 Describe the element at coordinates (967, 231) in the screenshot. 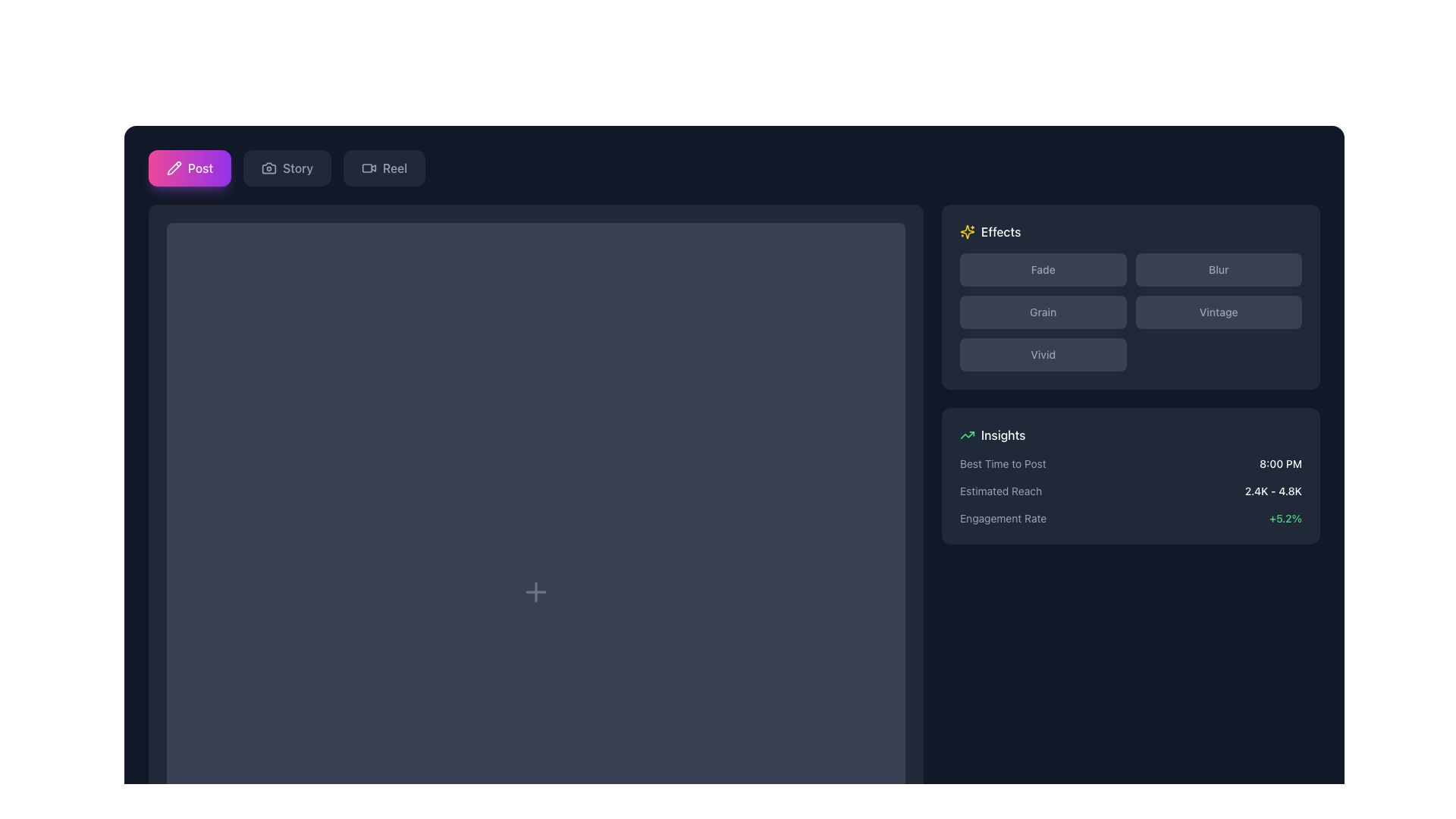

I see `the starburst icon located in the 'Effects' panel` at that location.